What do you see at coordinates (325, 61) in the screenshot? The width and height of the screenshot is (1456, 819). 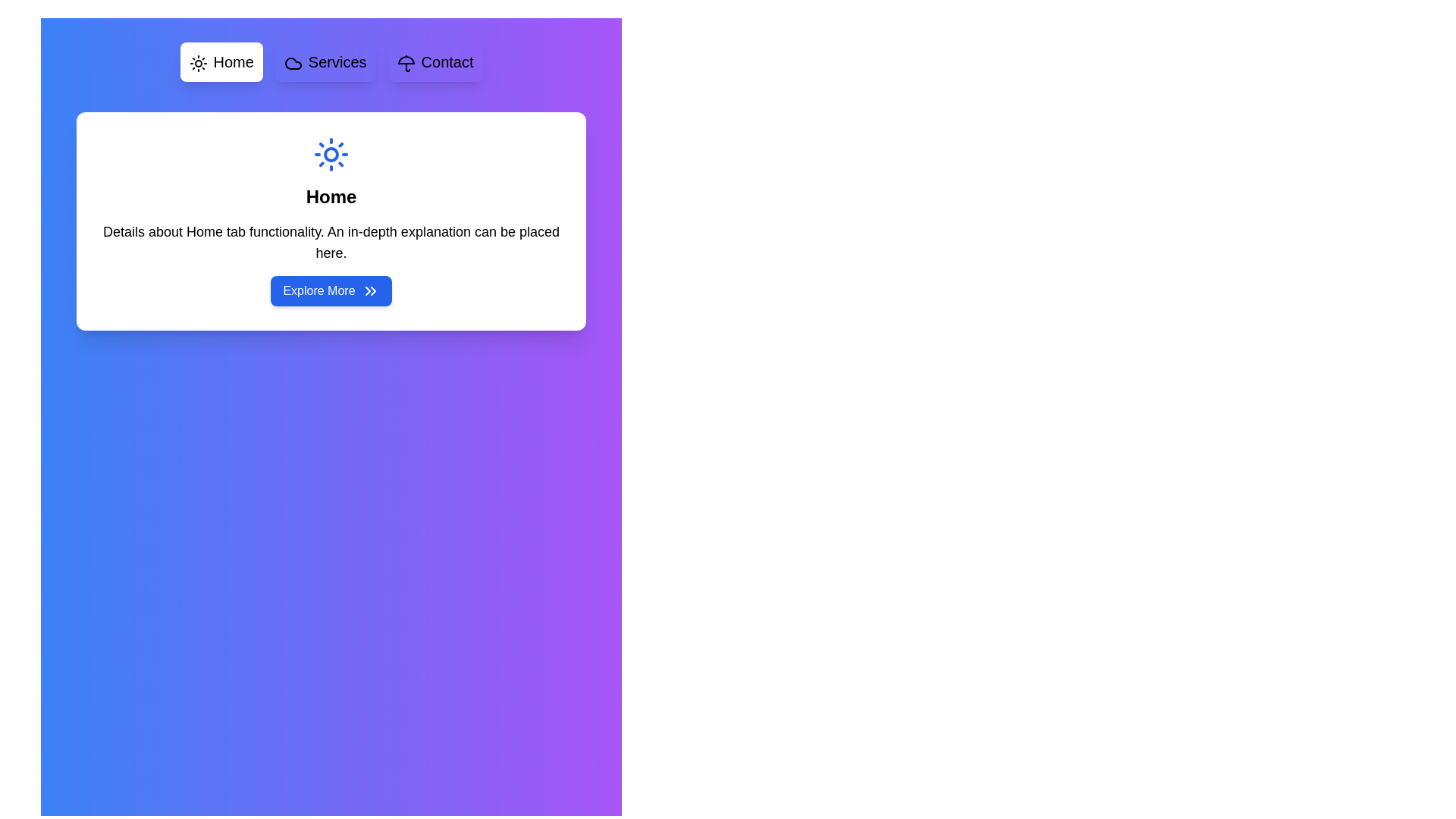 I see `the navigation button for services, located between the 'Home' and 'Contact' buttons in the top section of the page` at bounding box center [325, 61].